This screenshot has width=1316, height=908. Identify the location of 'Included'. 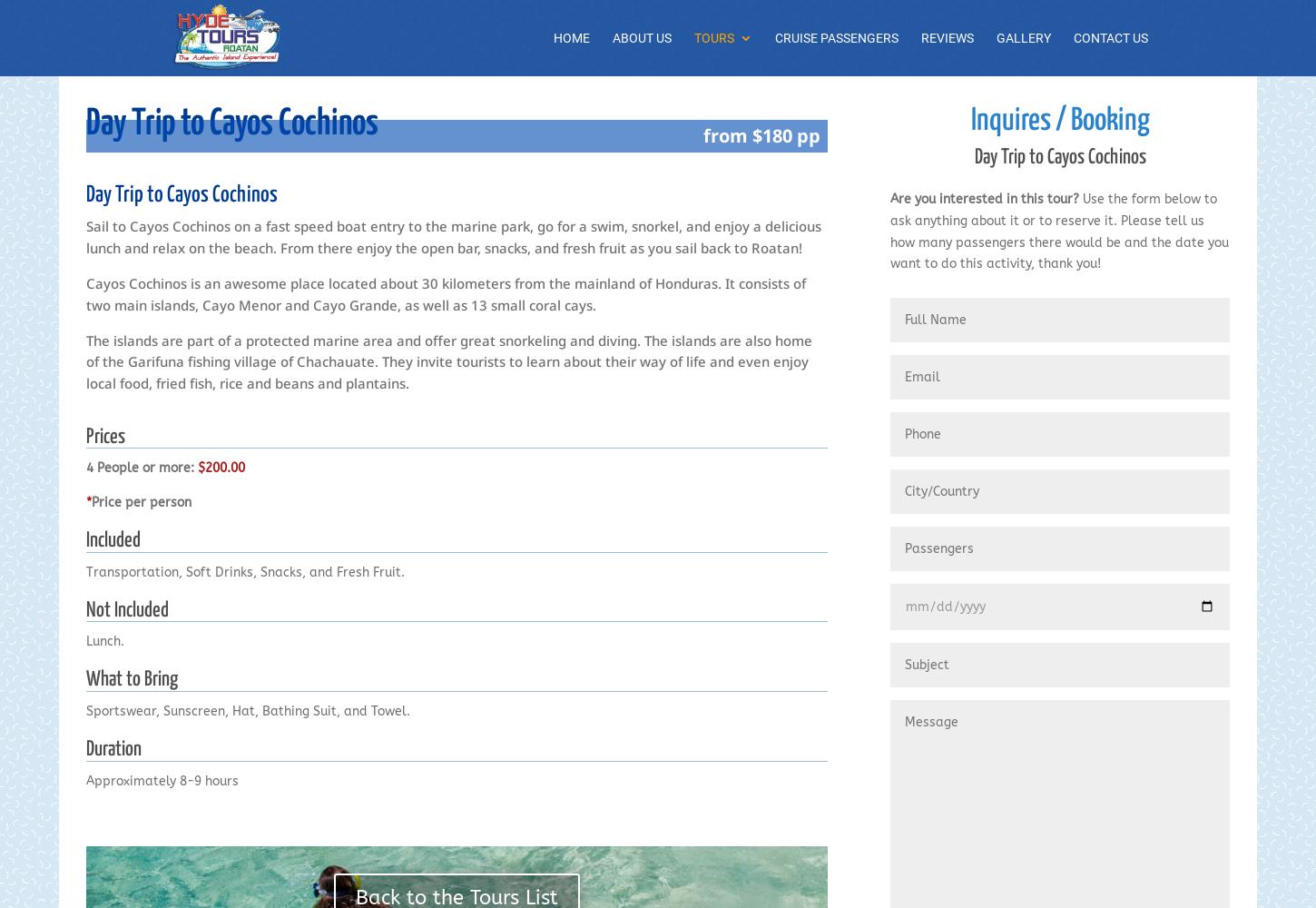
(112, 539).